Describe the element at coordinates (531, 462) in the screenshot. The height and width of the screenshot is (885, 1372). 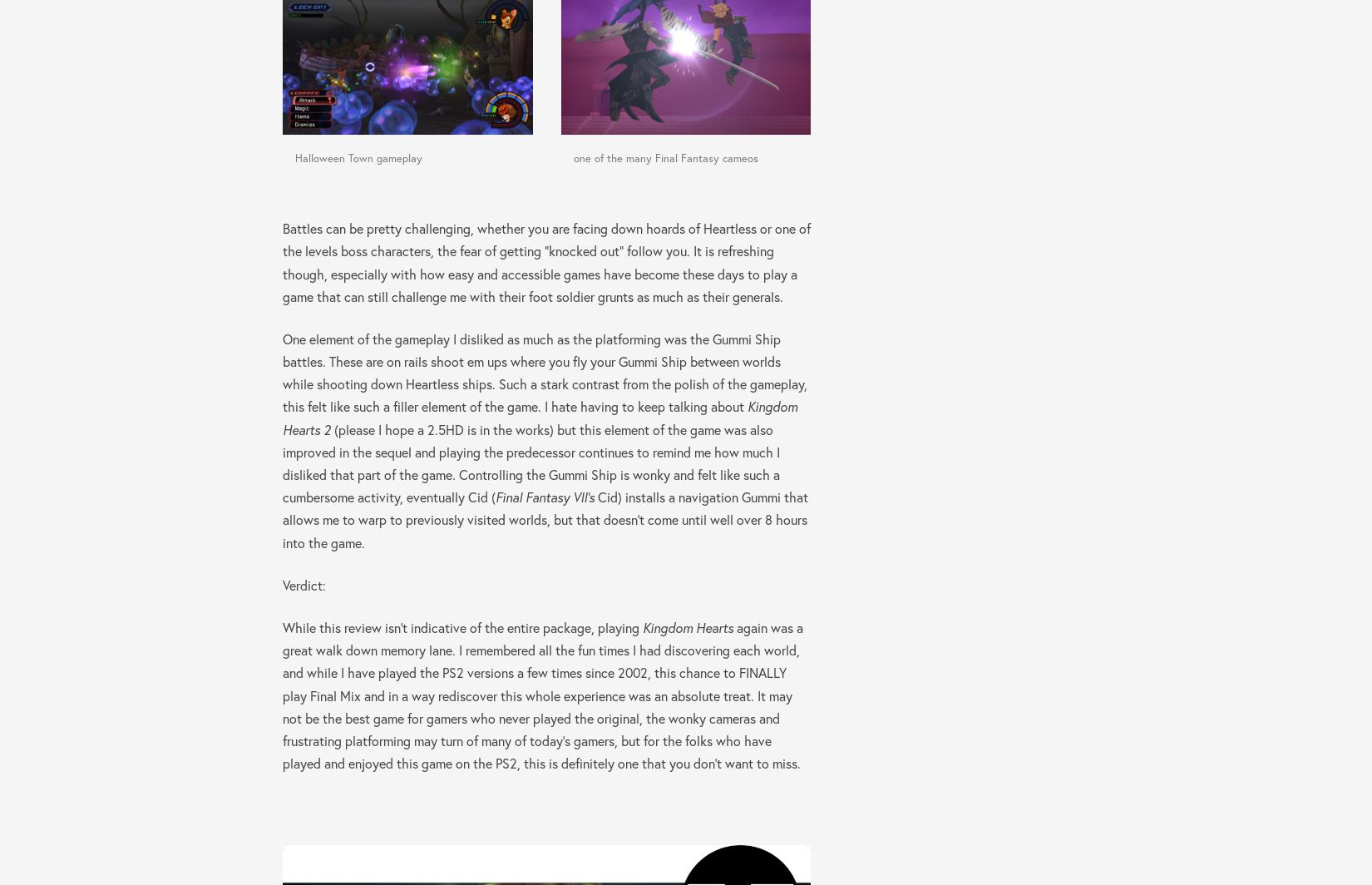
I see `'(please I hope
a 2.5HD is in the works) but this element of the game was also improved in the
sequel and playing the predecessor continues to remind me how much I disliked
that part of the game. Controlling the Gummi Ship is wonky and felt like such a
cumbersome activity, eventually Cid ('` at that location.